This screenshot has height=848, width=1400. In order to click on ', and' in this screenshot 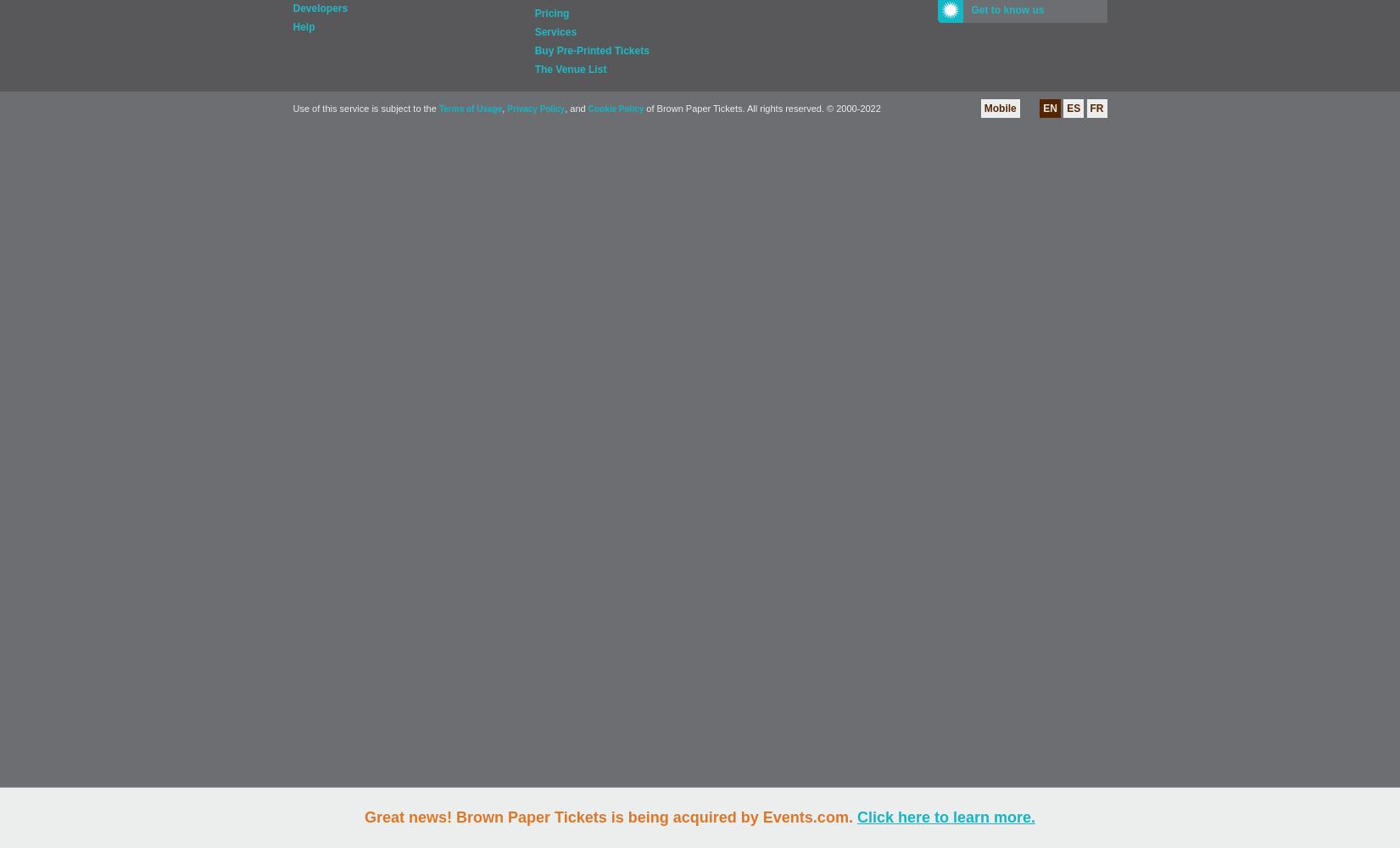, I will do `click(576, 109)`.